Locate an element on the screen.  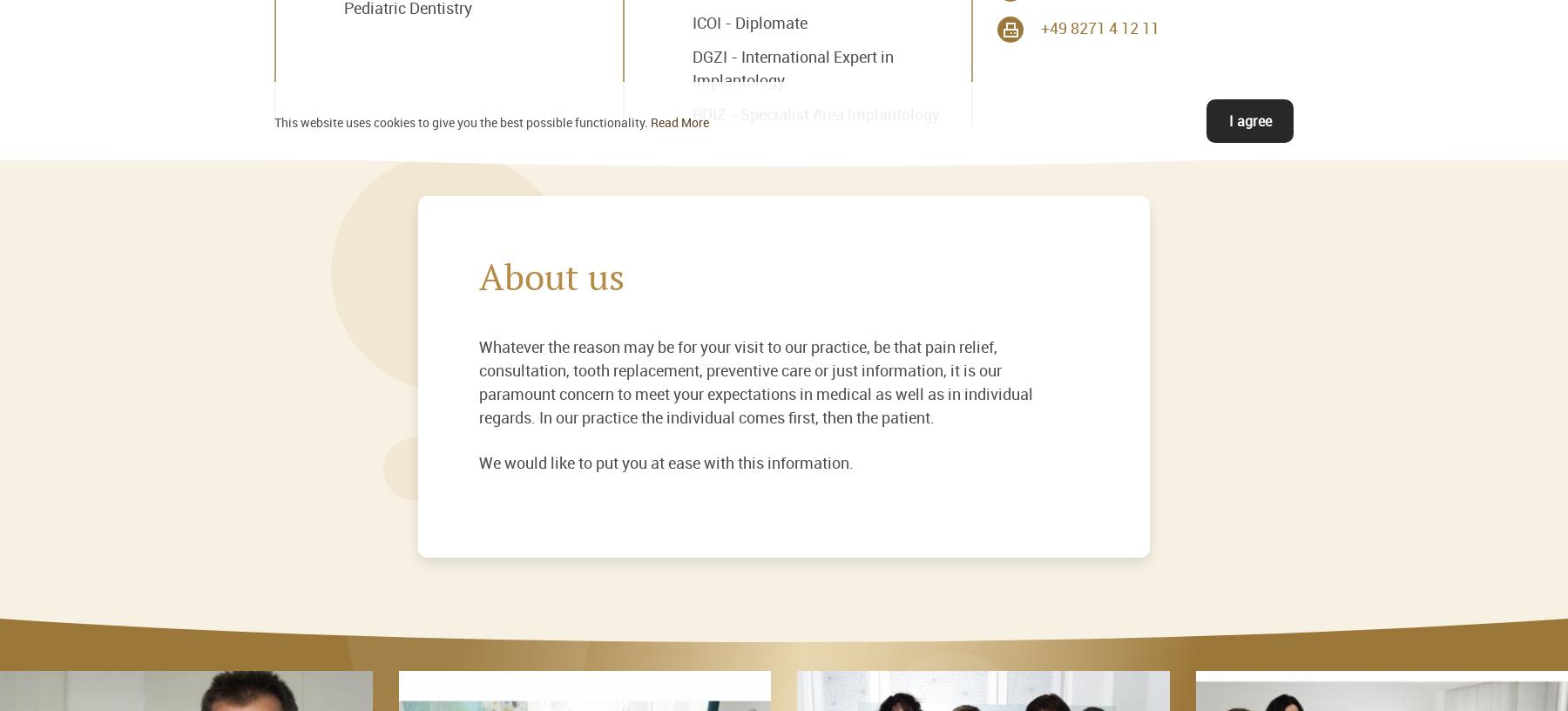
'Whatever the reason may be for your visit to our practice, be that pain relief, consultation, tooth replacement, preventive care or just information, it is our paramount concern to meet your expectations in medical as well as in individual regards. In our practice the individual comes first, then the patient.' is located at coordinates (755, 380).